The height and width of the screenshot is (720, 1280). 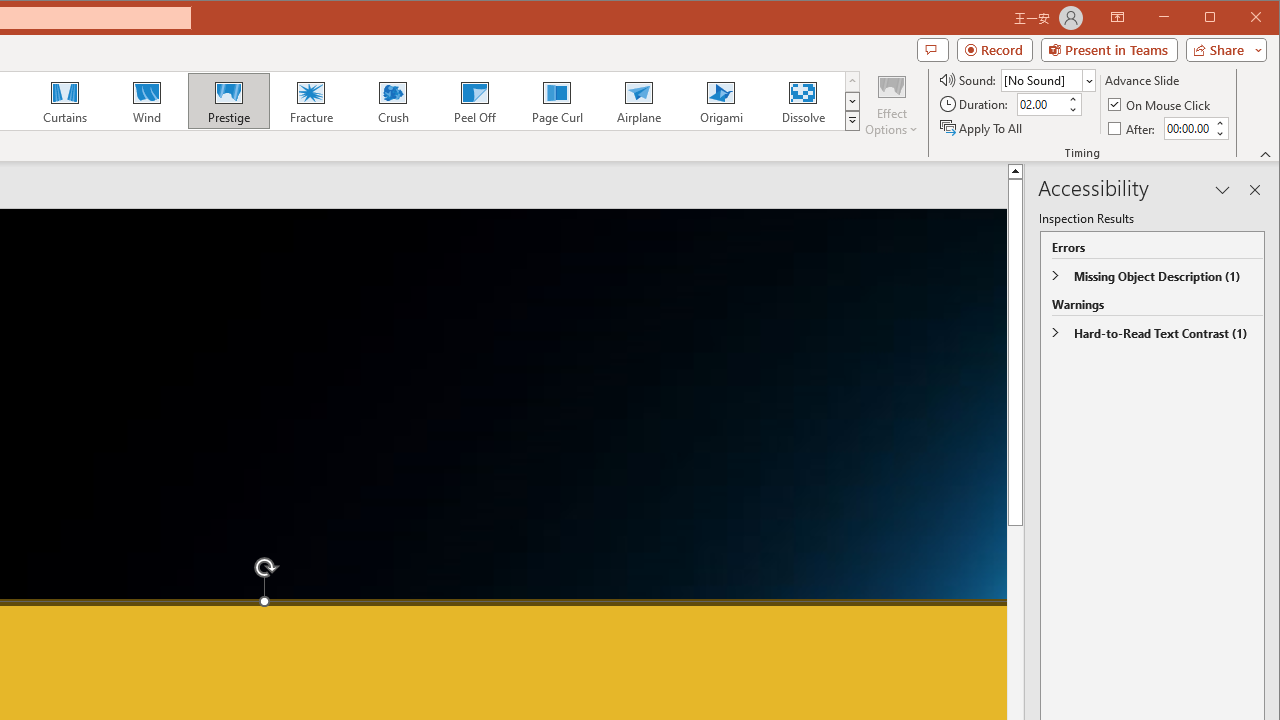 What do you see at coordinates (637, 100) in the screenshot?
I see `'Airplane'` at bounding box center [637, 100].